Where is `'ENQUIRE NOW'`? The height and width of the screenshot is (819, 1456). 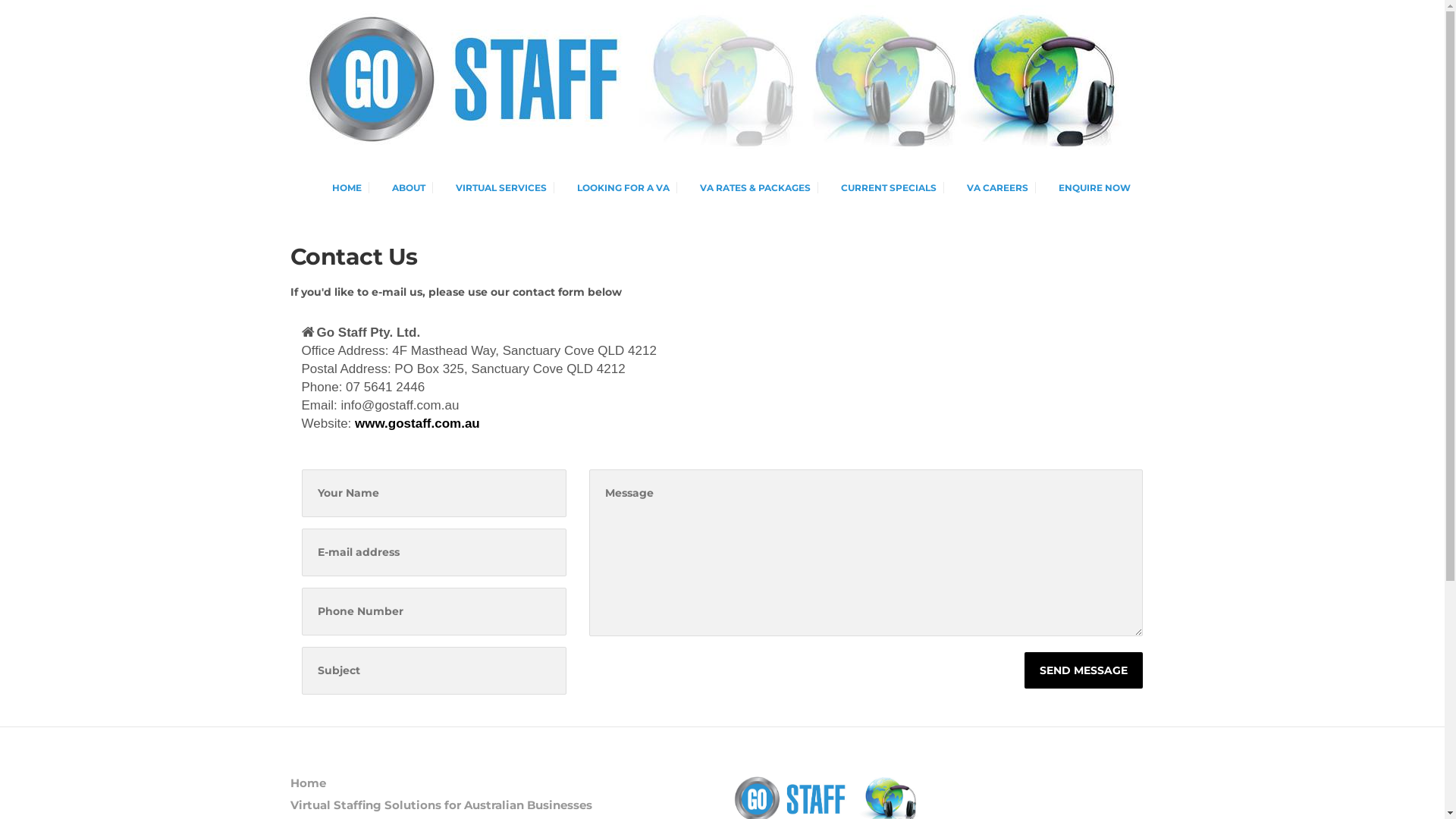
'ENQUIRE NOW' is located at coordinates (1086, 187).